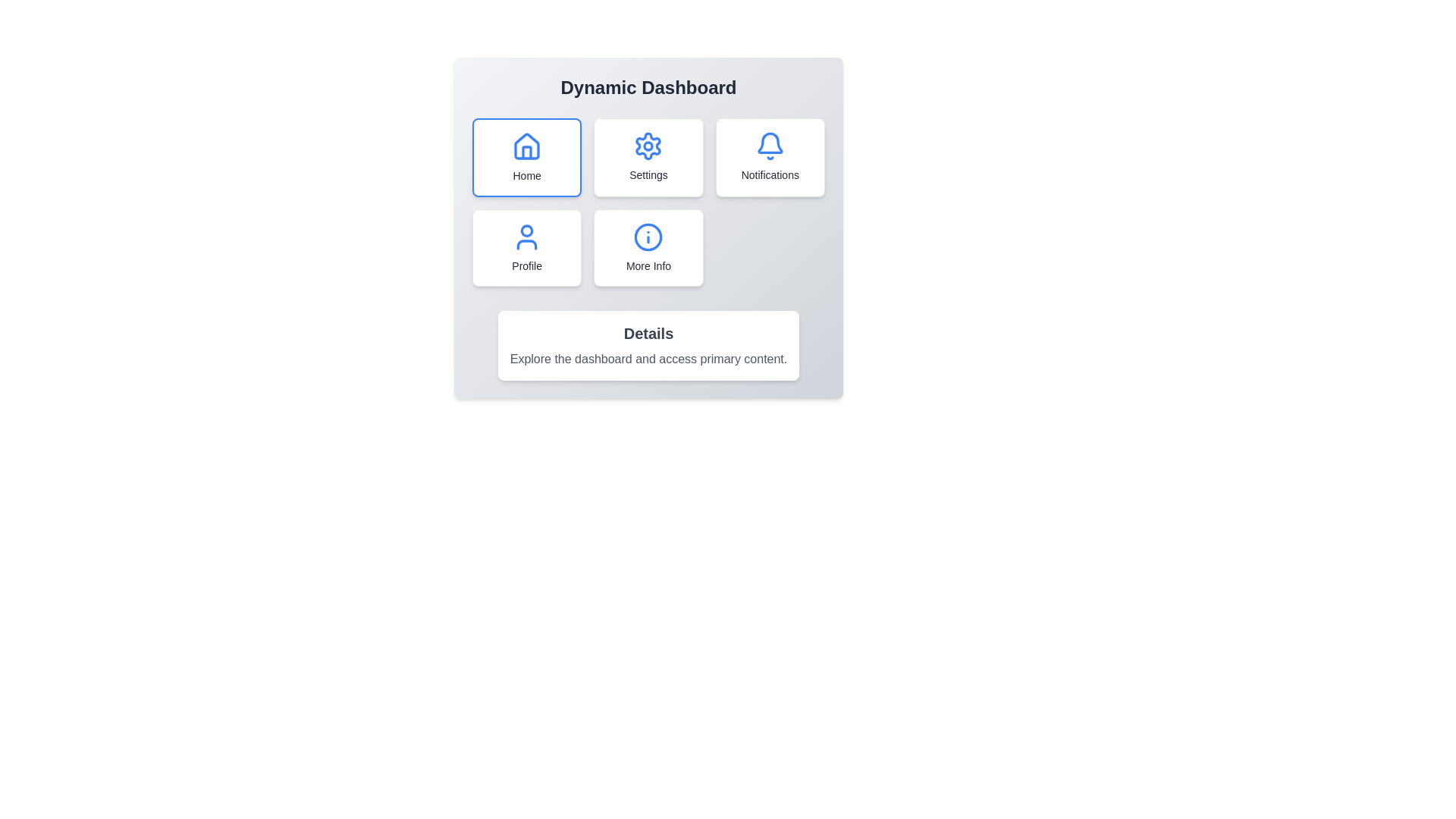  I want to click on the 'Settings' text label, which is displayed in a medium-sized, bold font with a dark gray color, located beneath a gear icon in a card-like UI component, so click(648, 174).